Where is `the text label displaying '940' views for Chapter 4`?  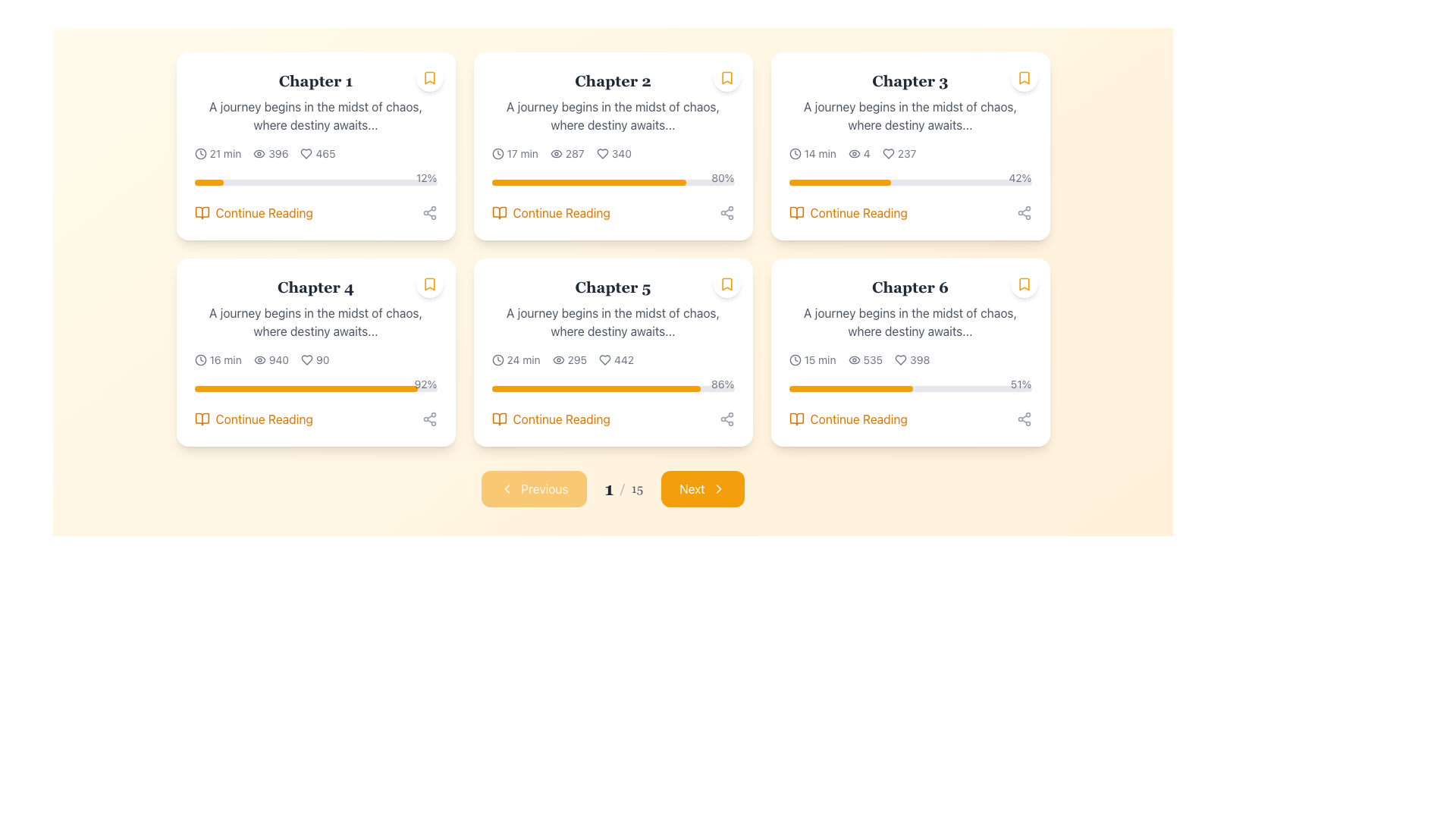 the text label displaying '940' views for Chapter 4 is located at coordinates (278, 359).